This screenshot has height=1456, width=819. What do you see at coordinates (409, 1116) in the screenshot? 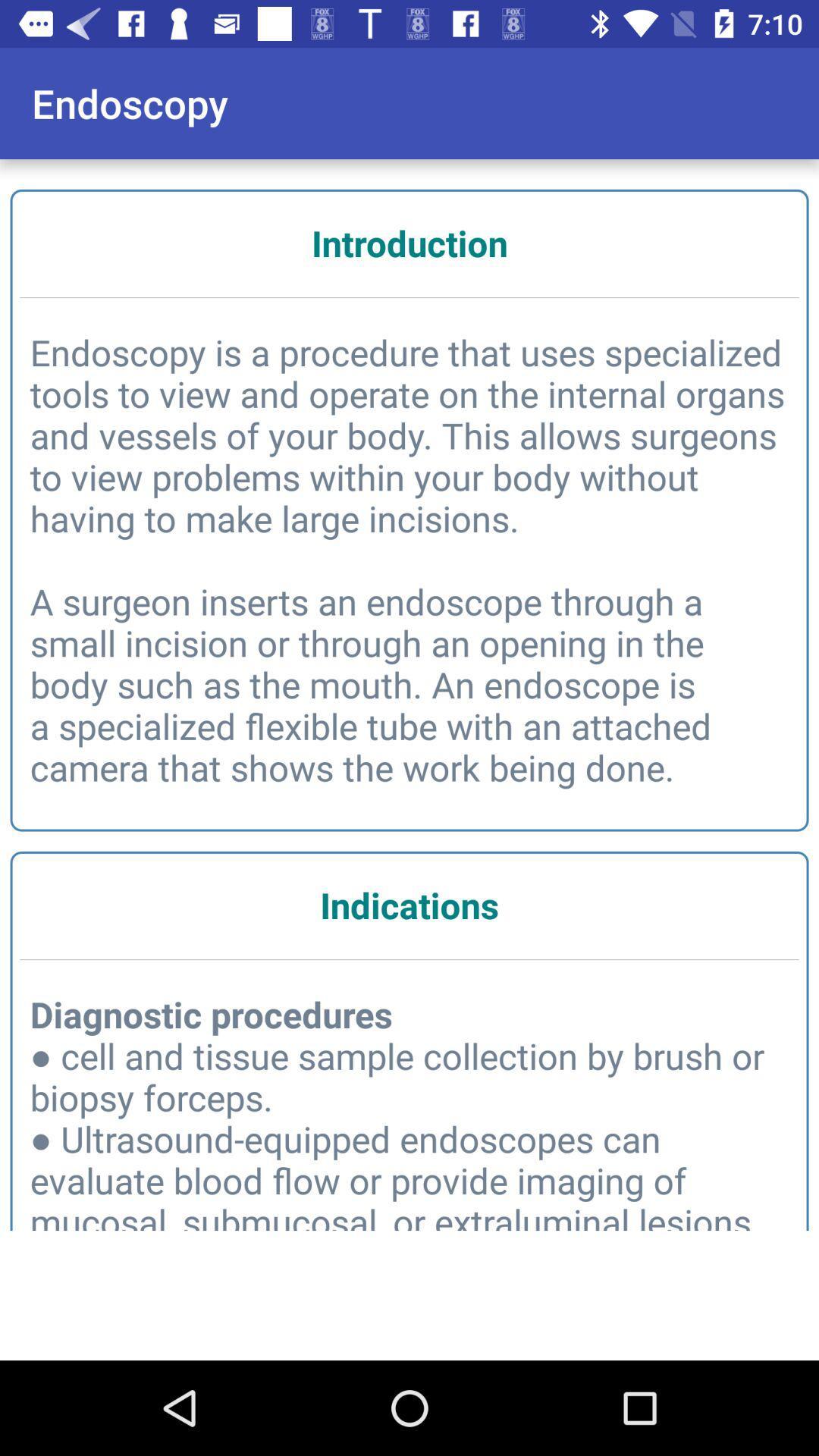
I see `diagnostic procedures cell` at bounding box center [409, 1116].